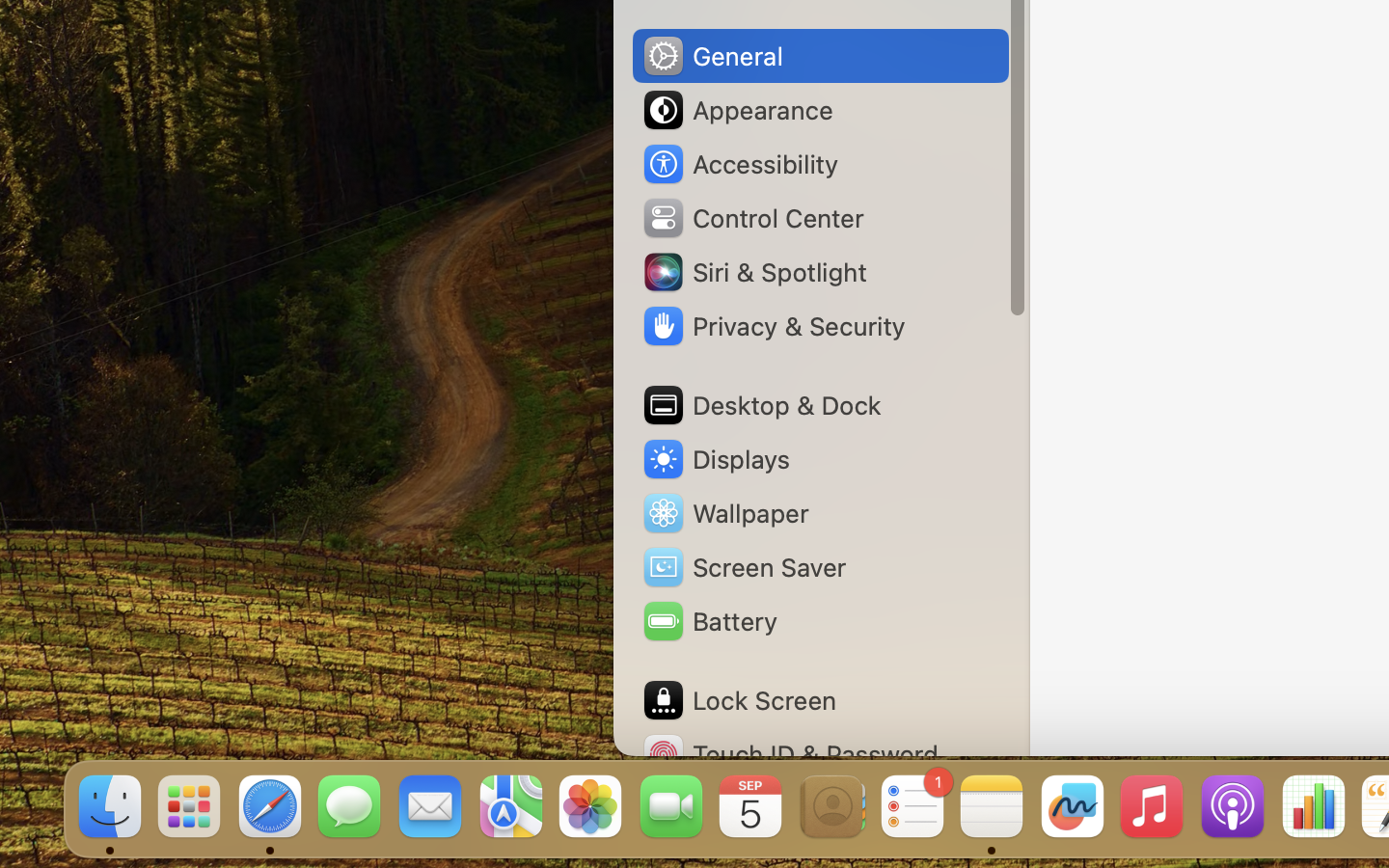 The image size is (1389, 868). I want to click on 'Lock Screen', so click(737, 699).